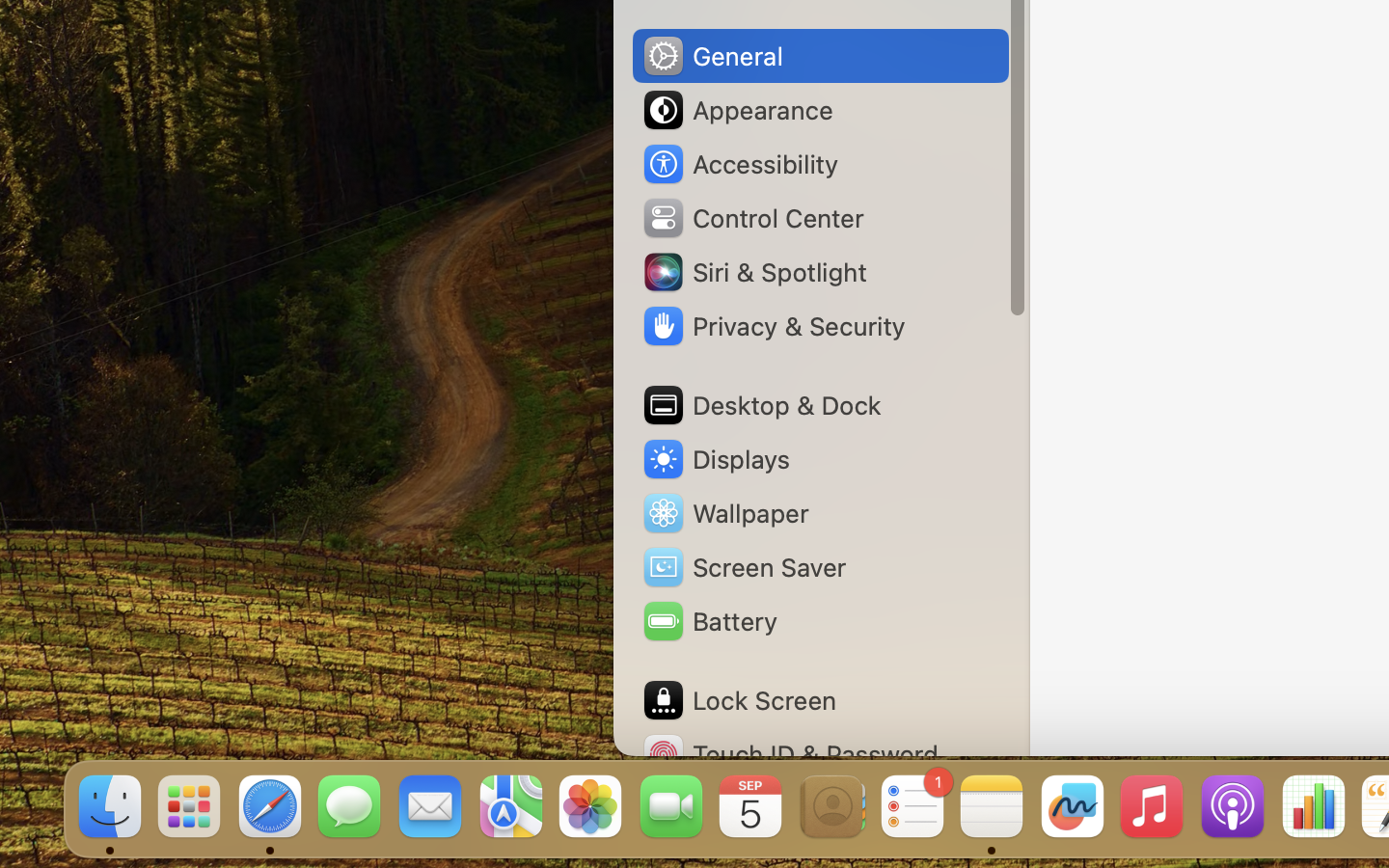 The image size is (1389, 868). I want to click on 'Lock Screen', so click(737, 699).